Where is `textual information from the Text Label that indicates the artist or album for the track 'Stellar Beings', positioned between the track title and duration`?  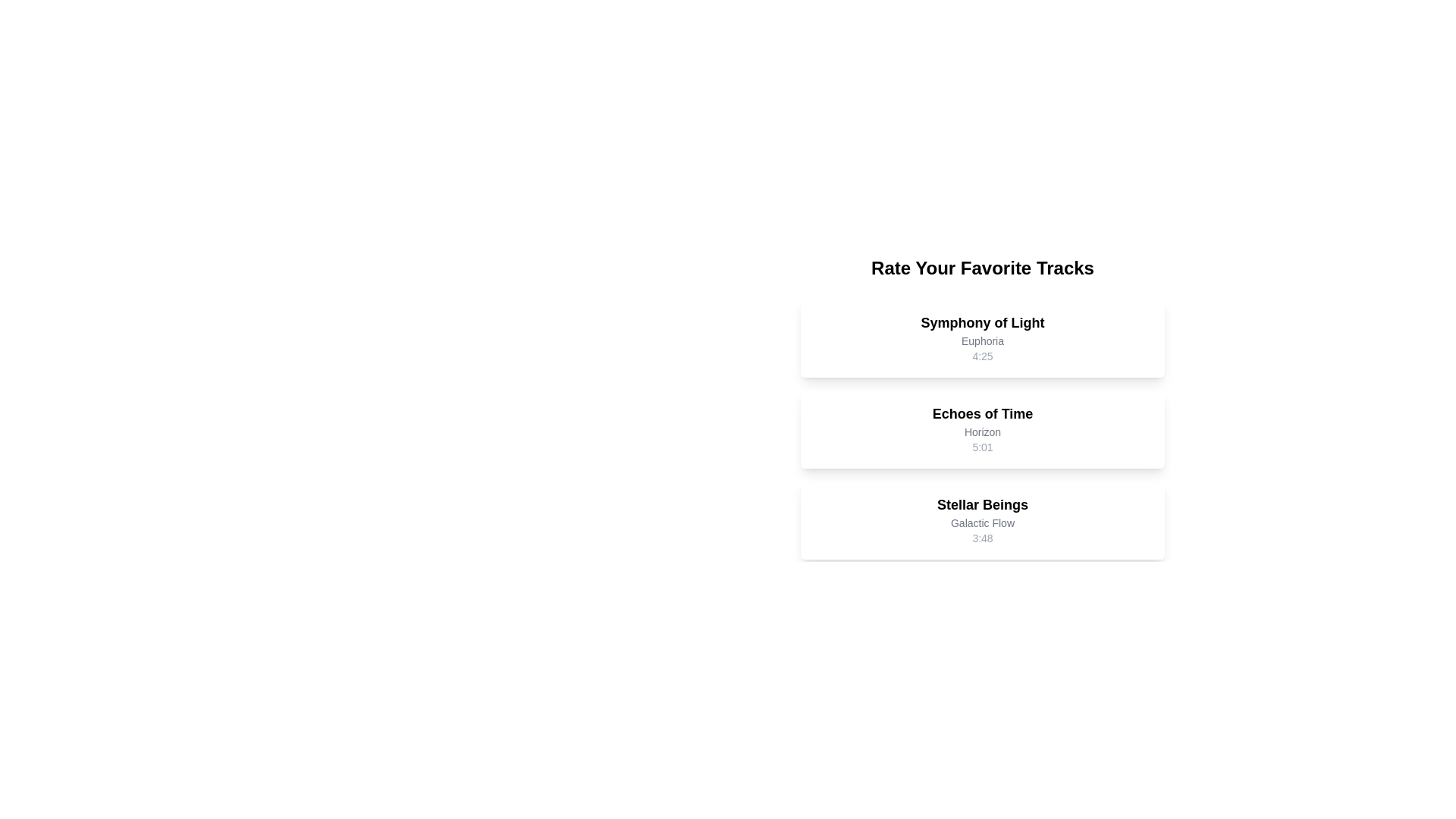 textual information from the Text Label that indicates the artist or album for the track 'Stellar Beings', positioned between the track title and duration is located at coordinates (983, 522).